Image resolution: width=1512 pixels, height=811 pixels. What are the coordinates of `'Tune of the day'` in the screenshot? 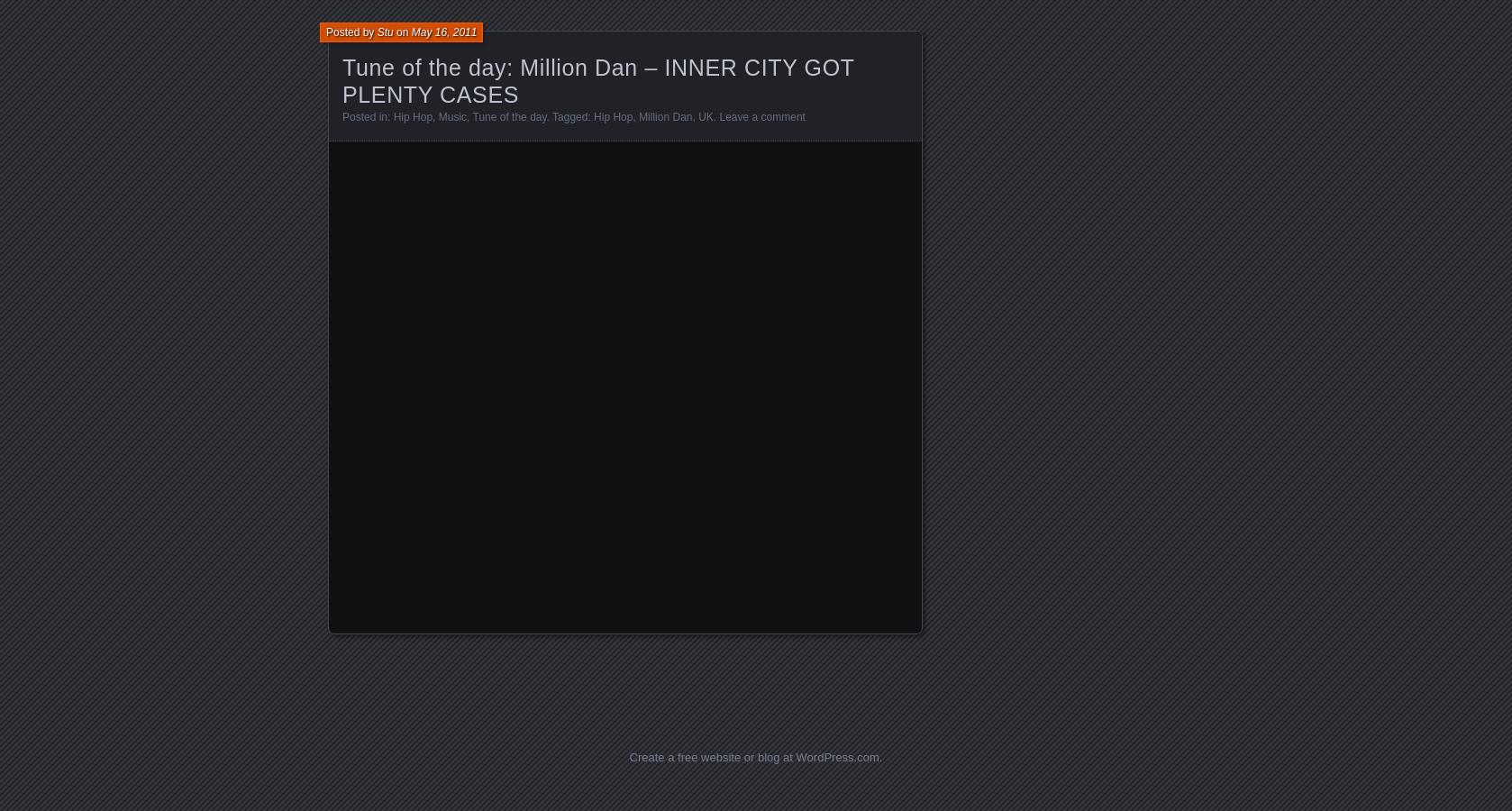 It's located at (507, 116).